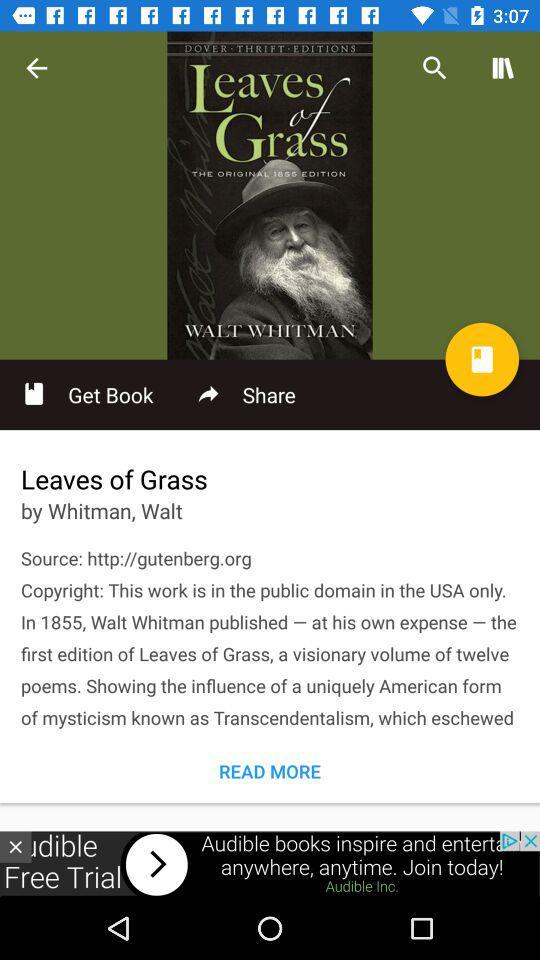 The height and width of the screenshot is (960, 540). Describe the element at coordinates (481, 359) in the screenshot. I see `the bookmark icon` at that location.